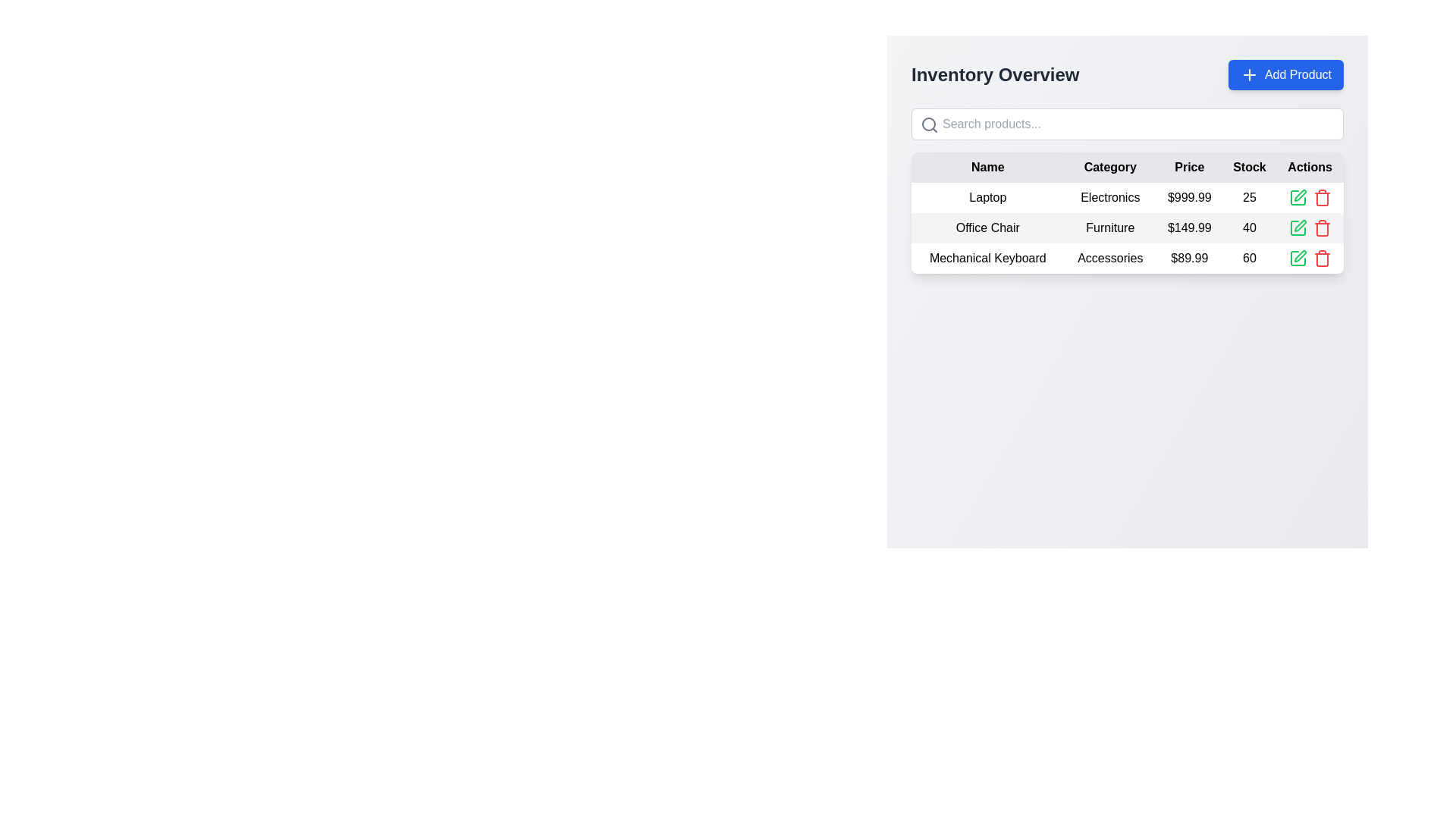  Describe the element at coordinates (1297, 257) in the screenshot. I see `the edit button located in the 'Actions' column of the last row in the table` at that location.